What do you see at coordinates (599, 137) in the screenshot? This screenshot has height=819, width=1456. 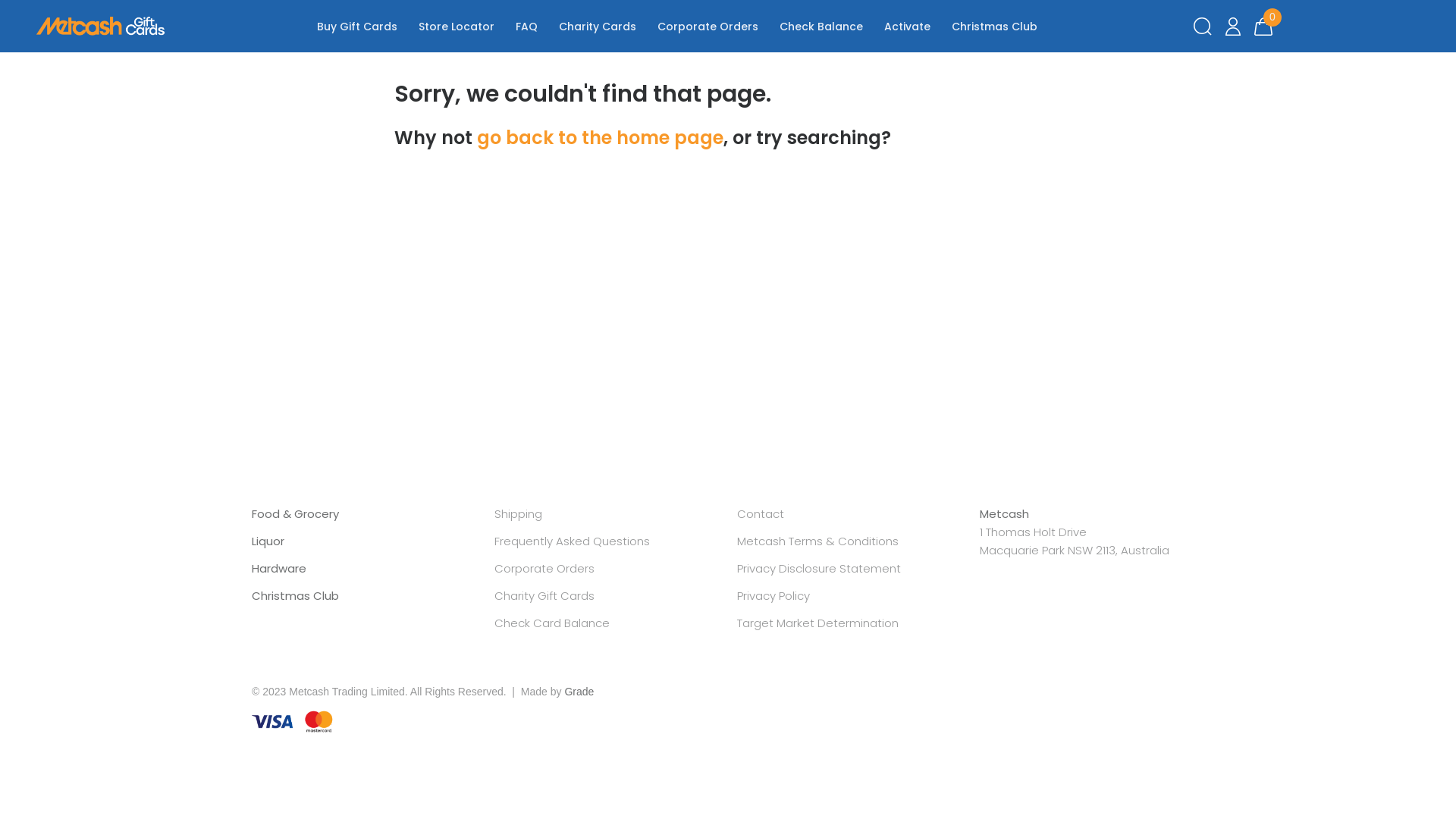 I see `'go back to the home page'` at bounding box center [599, 137].